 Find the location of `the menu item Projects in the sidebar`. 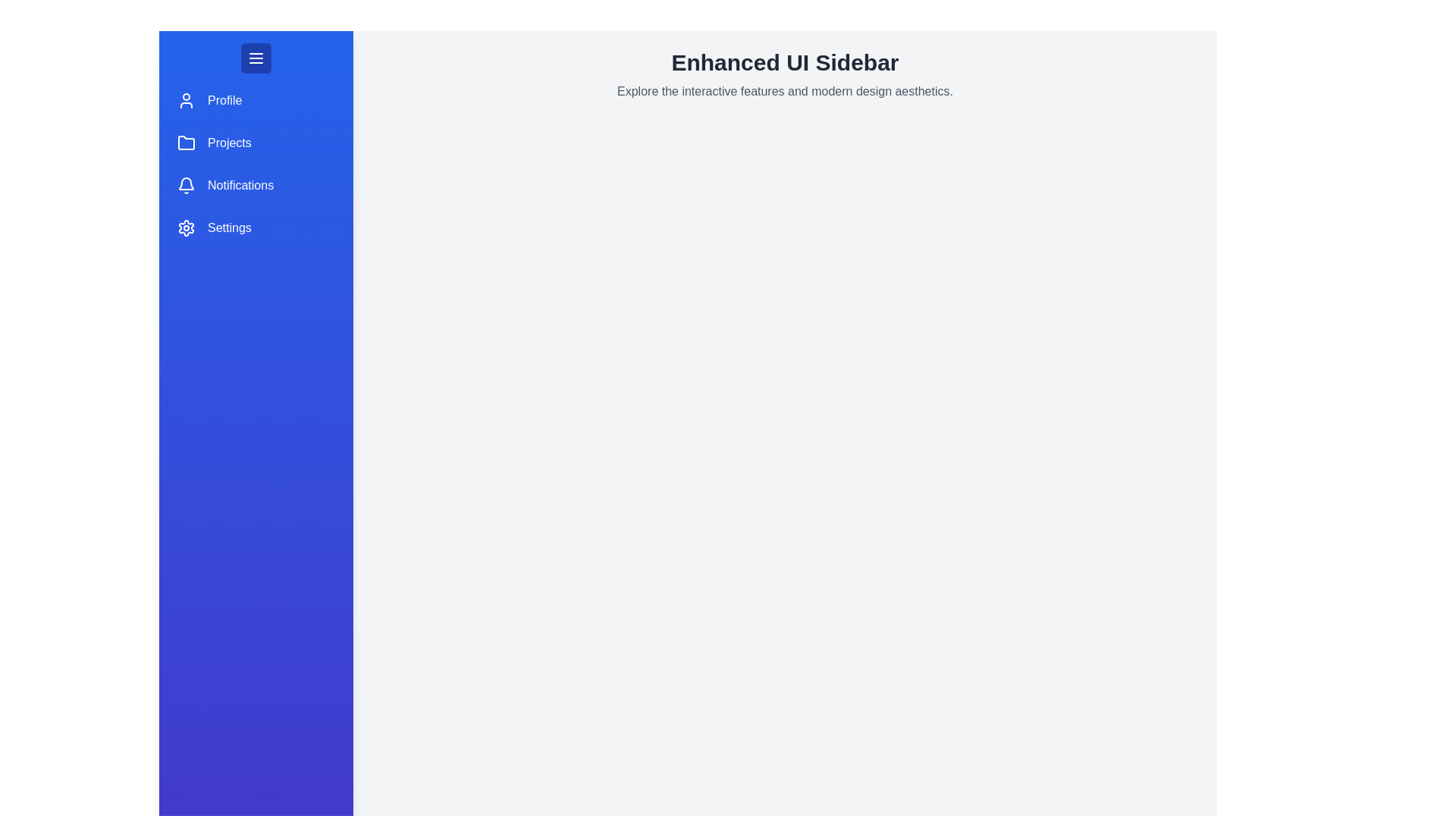

the menu item Projects in the sidebar is located at coordinates (256, 143).